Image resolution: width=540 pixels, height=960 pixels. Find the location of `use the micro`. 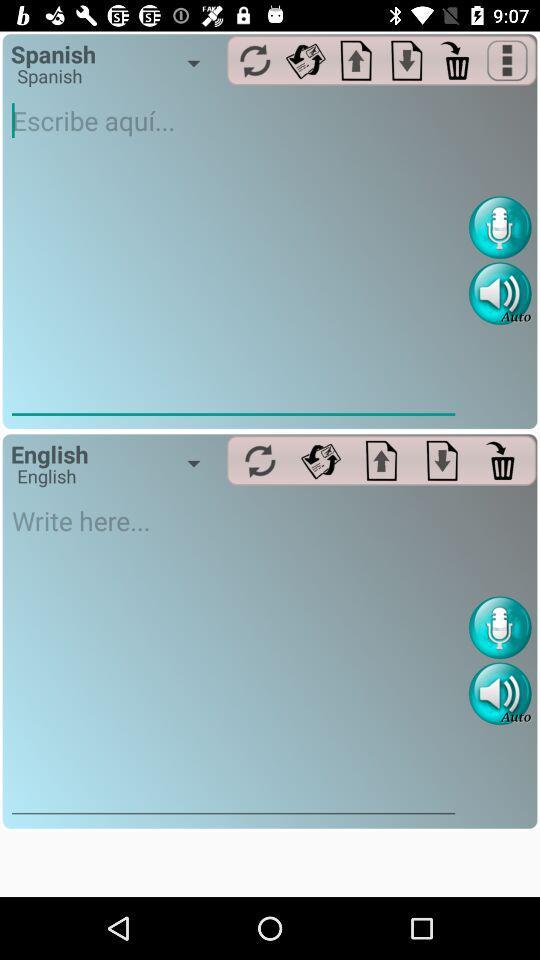

use the micro is located at coordinates (499, 227).